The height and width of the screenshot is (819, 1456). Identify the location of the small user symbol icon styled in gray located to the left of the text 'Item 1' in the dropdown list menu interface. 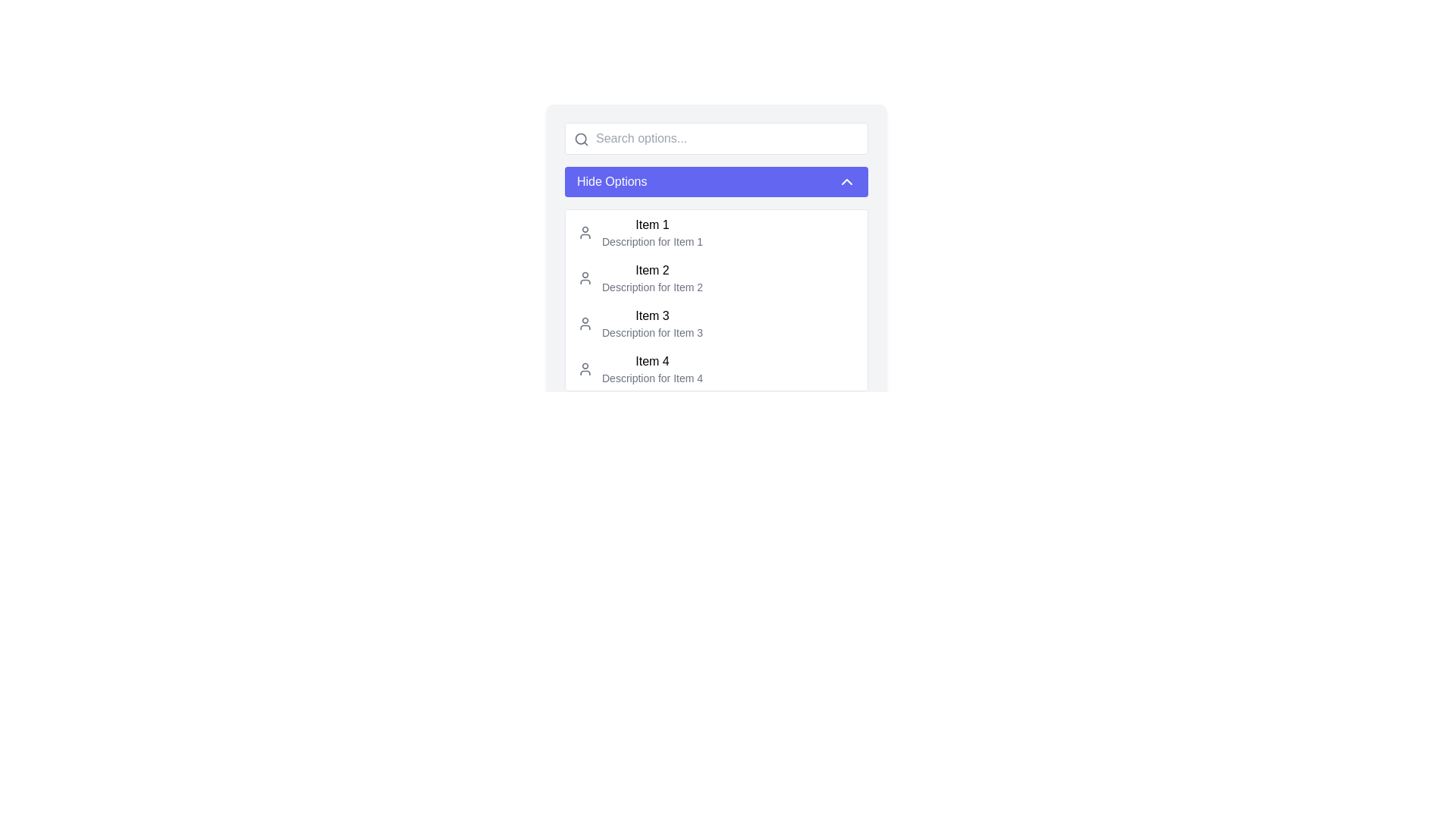
(585, 233).